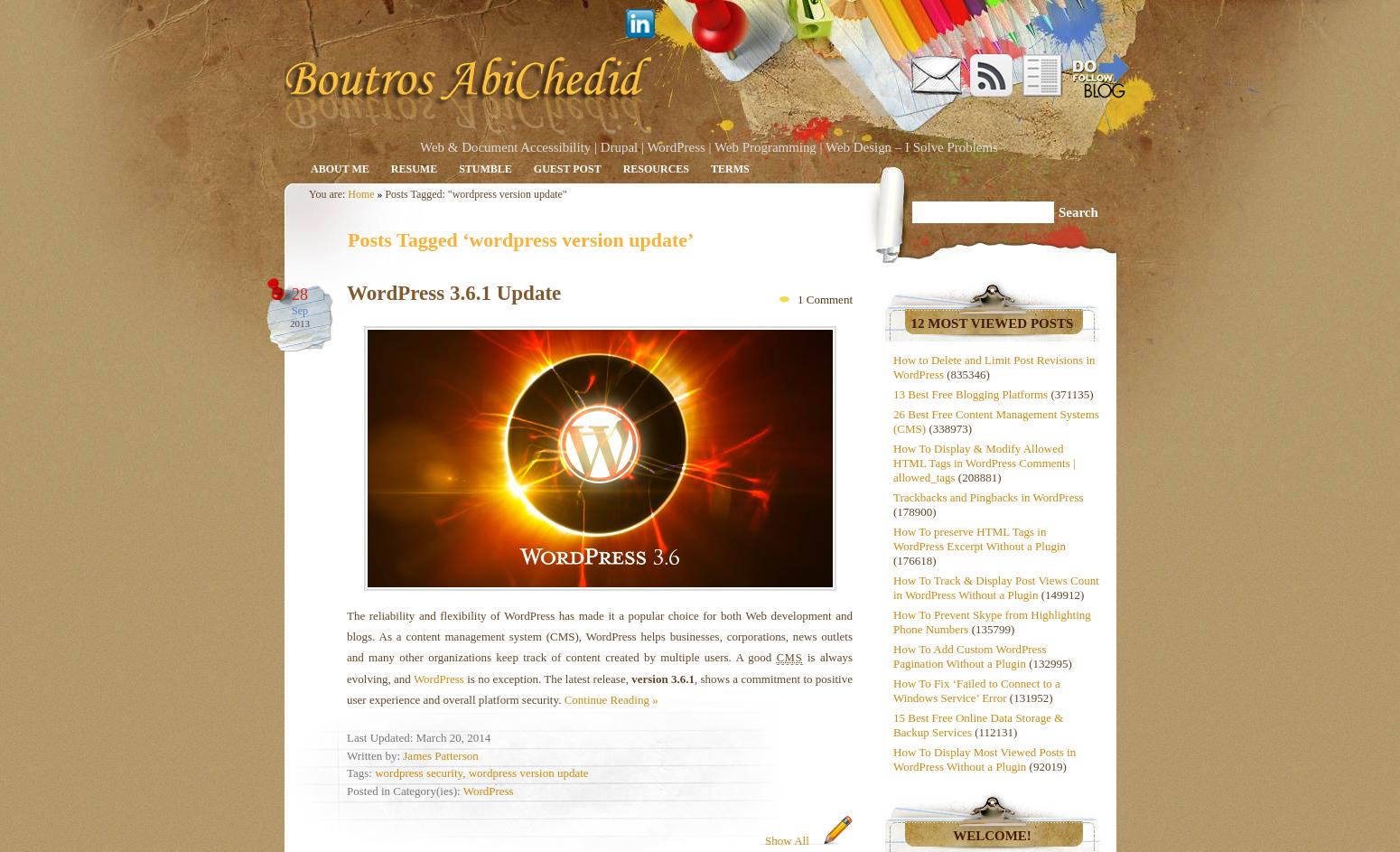  What do you see at coordinates (464, 772) in the screenshot?
I see `','` at bounding box center [464, 772].